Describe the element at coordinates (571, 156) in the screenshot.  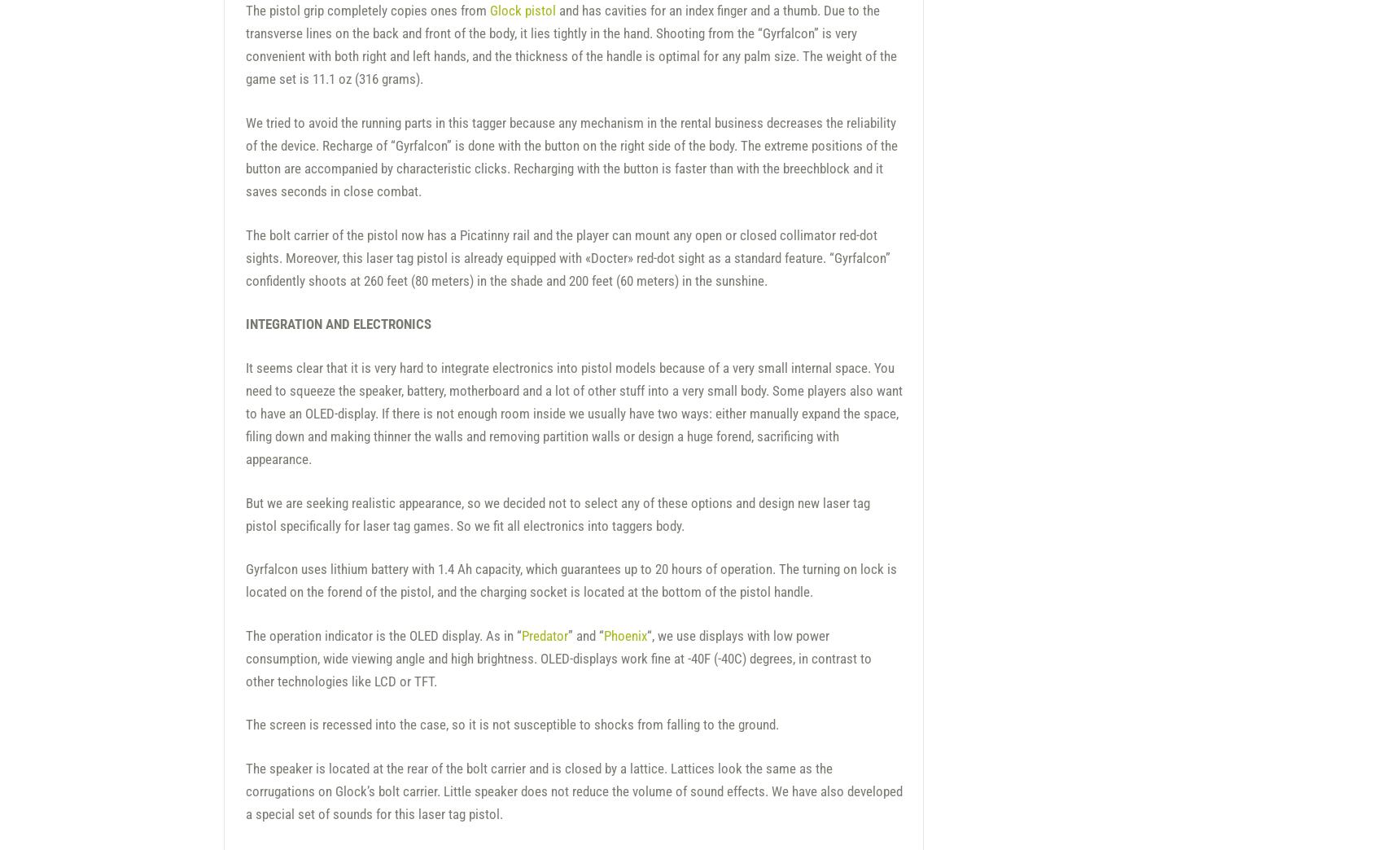
I see `'We tried to avoid the running parts in this tagger because any mechanism in the rental business decreases the reliability of the device. Recharge of “Gyrfalcon” is done with the button on the right side of the body. The extreme positions of the button are accompanied by characteristic clicks. Recharging with the button is faster than with the breechblock and it saves seconds in close combat.'` at that location.